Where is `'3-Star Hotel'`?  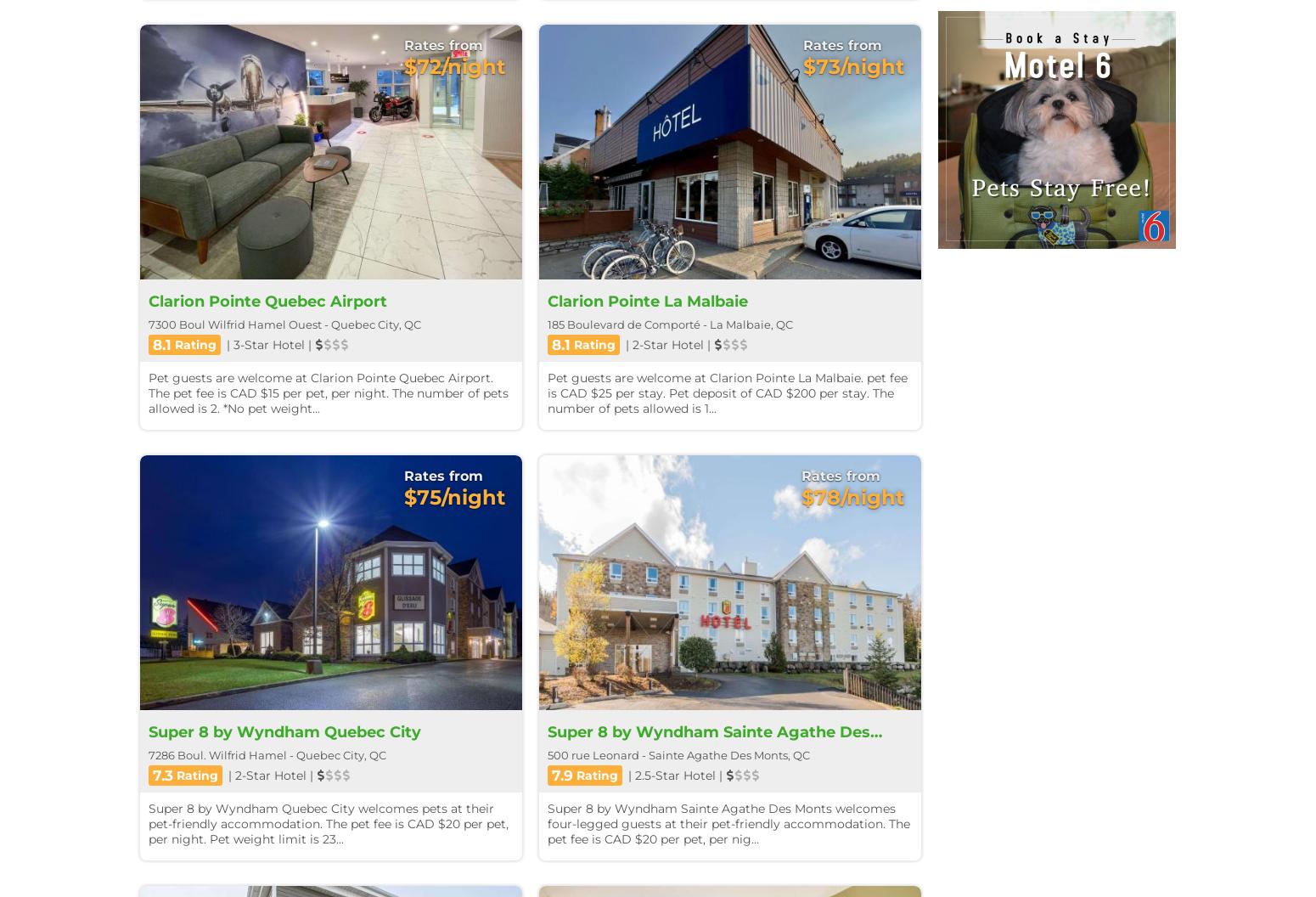
'3-Star Hotel' is located at coordinates (269, 343).